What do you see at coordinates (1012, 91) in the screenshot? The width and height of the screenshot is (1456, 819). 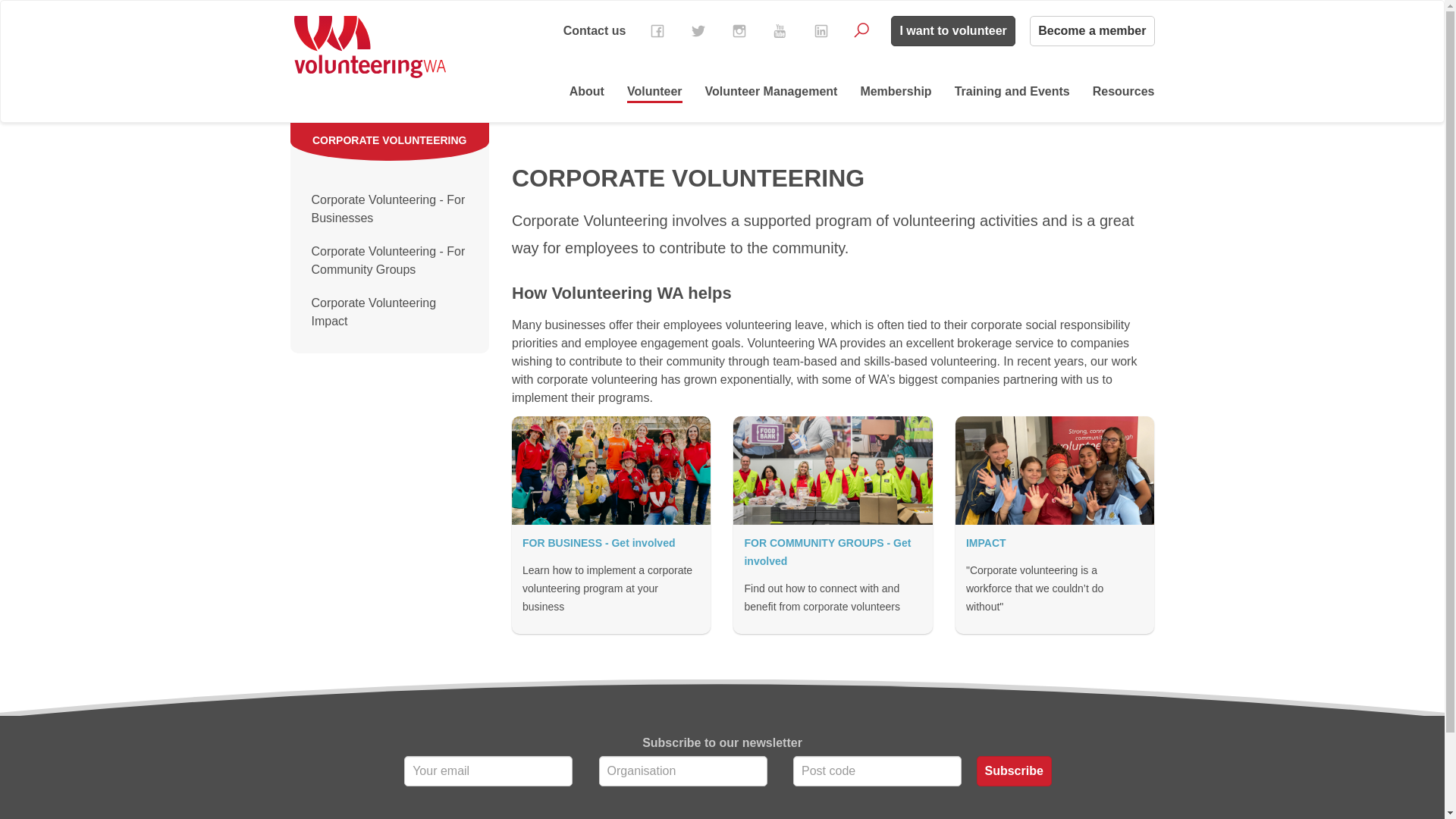 I see `'Training and Events'` at bounding box center [1012, 91].